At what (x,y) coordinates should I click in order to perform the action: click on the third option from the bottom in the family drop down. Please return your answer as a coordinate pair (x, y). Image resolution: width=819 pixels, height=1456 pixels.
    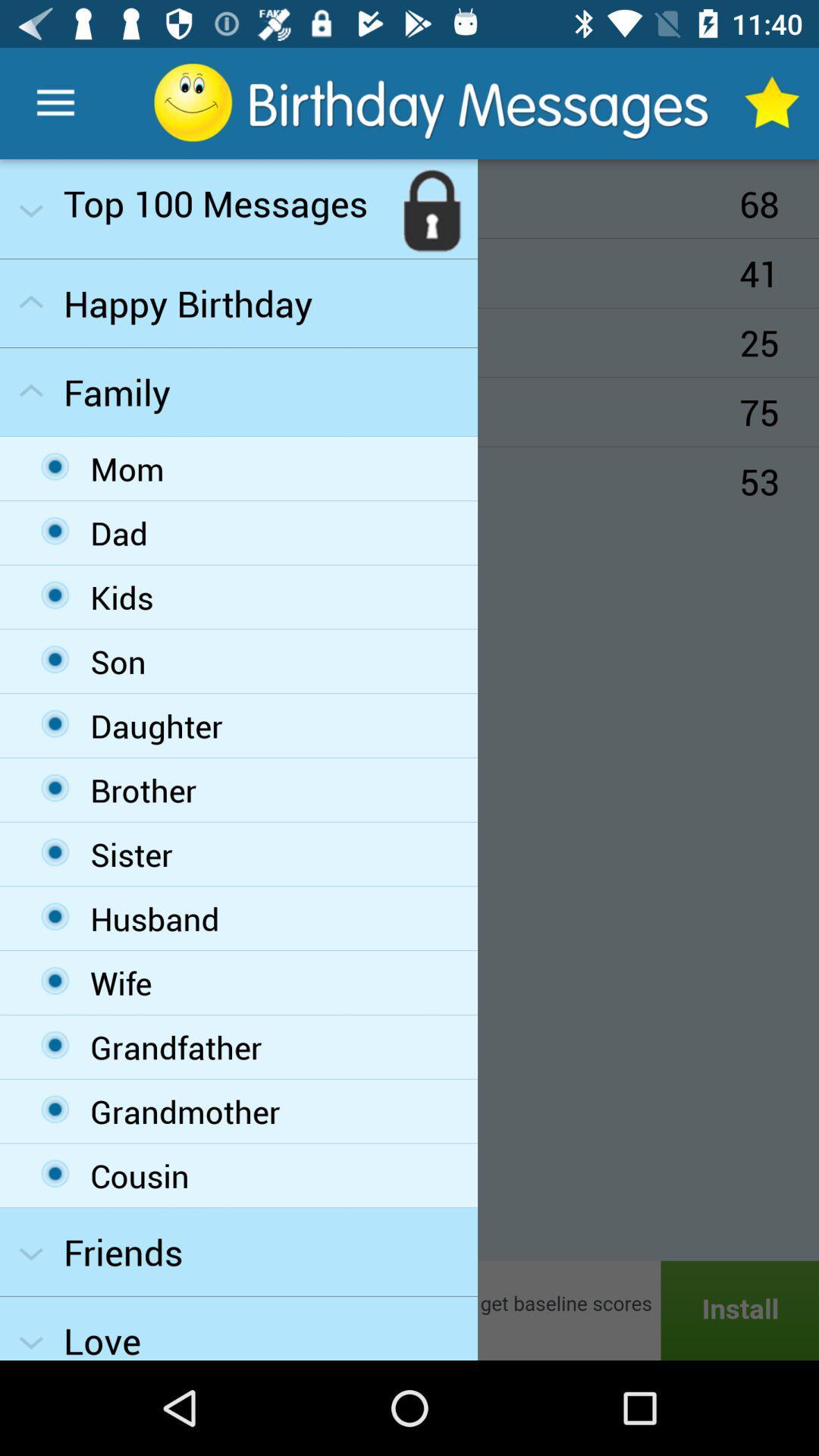
    Looking at the image, I should click on (55, 1044).